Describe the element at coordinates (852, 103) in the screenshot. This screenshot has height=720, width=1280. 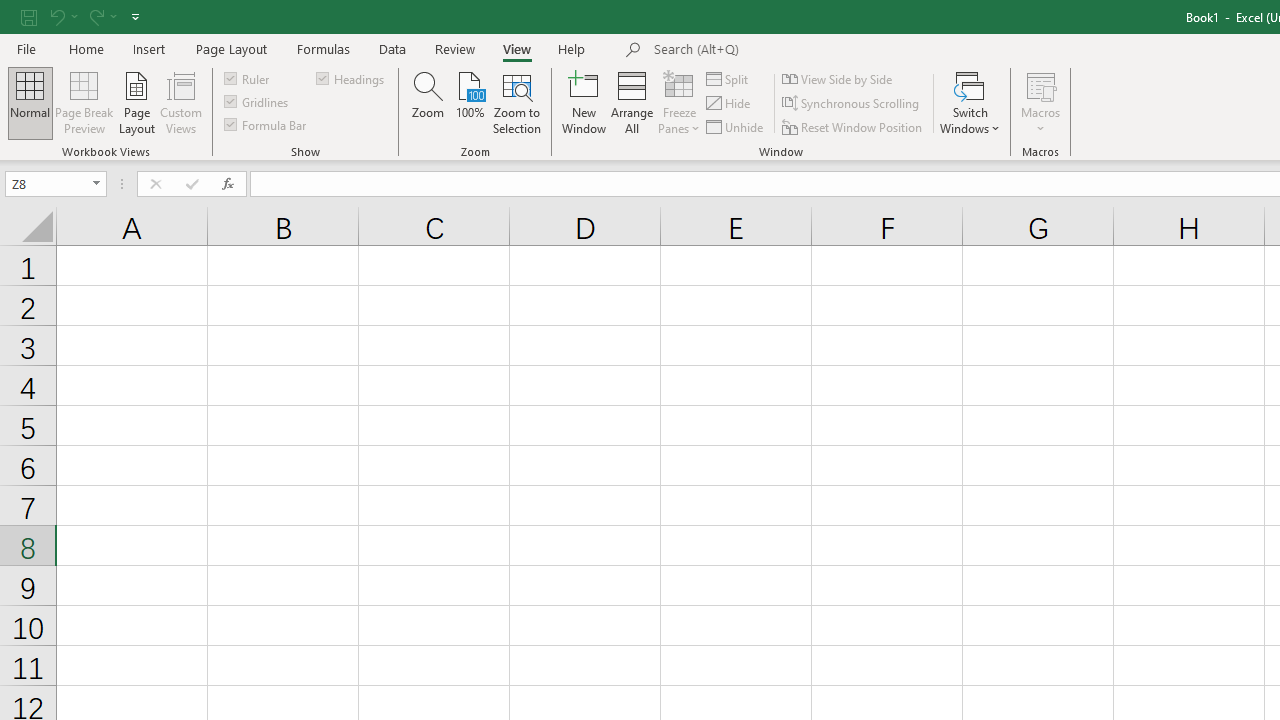
I see `'Synchronous Scrolling'` at that location.